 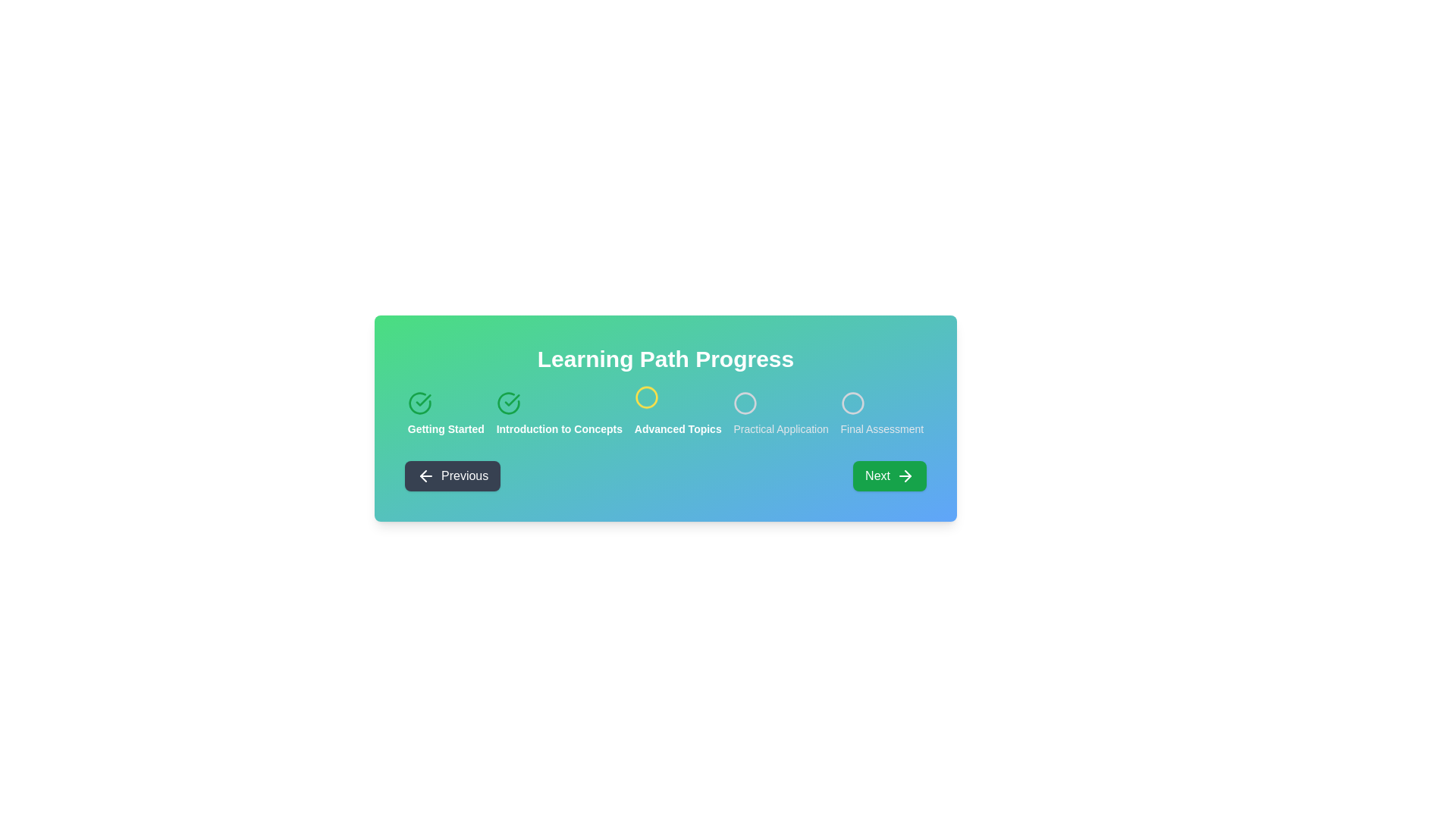 I want to click on the text label displaying 'Practical Application', which is small and gray, located within a progress indicator layout between 'Advanced Topics' and 'Final Assessment', so click(x=781, y=429).